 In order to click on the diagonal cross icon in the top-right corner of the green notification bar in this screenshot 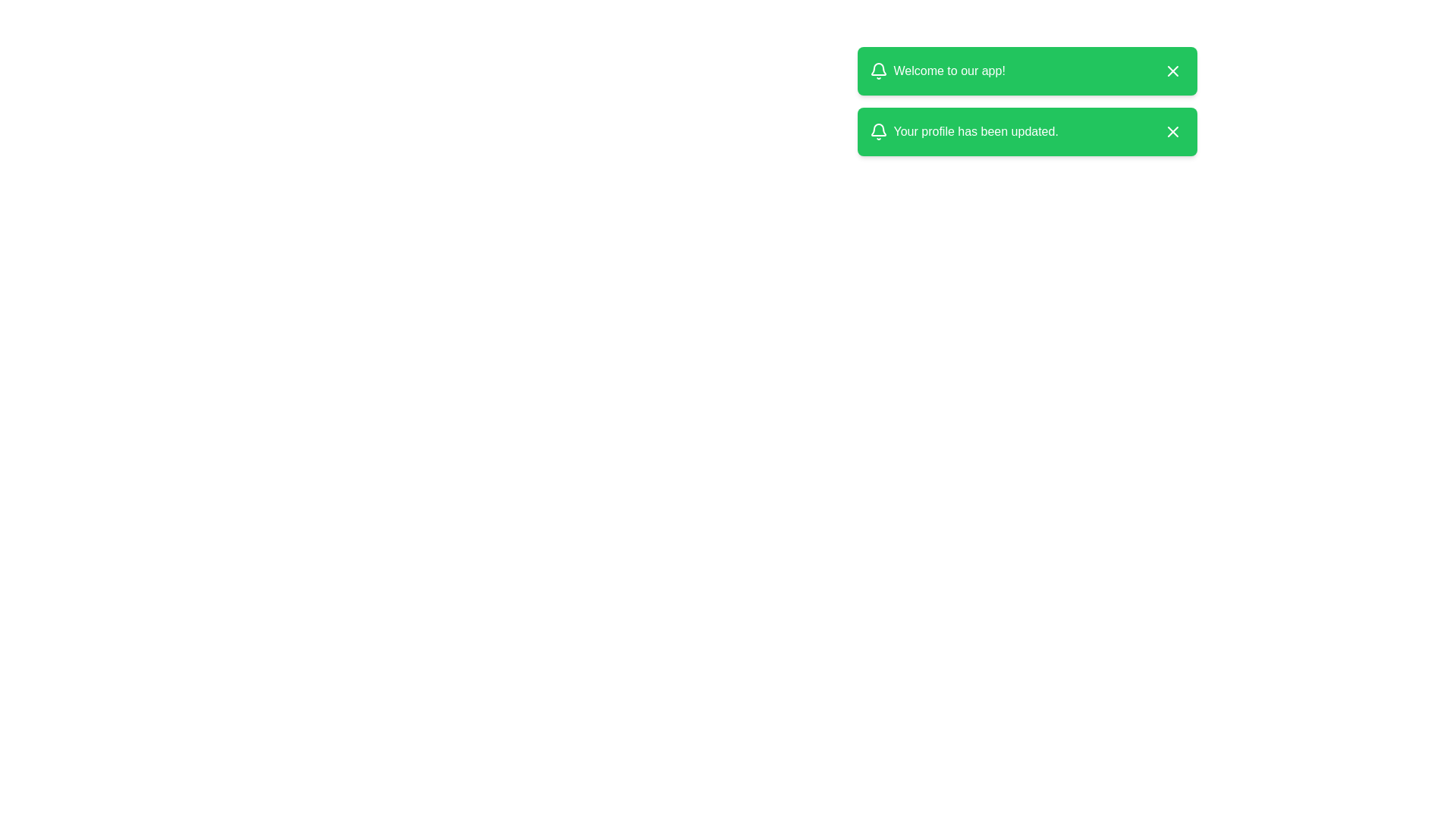, I will do `click(1172, 71)`.